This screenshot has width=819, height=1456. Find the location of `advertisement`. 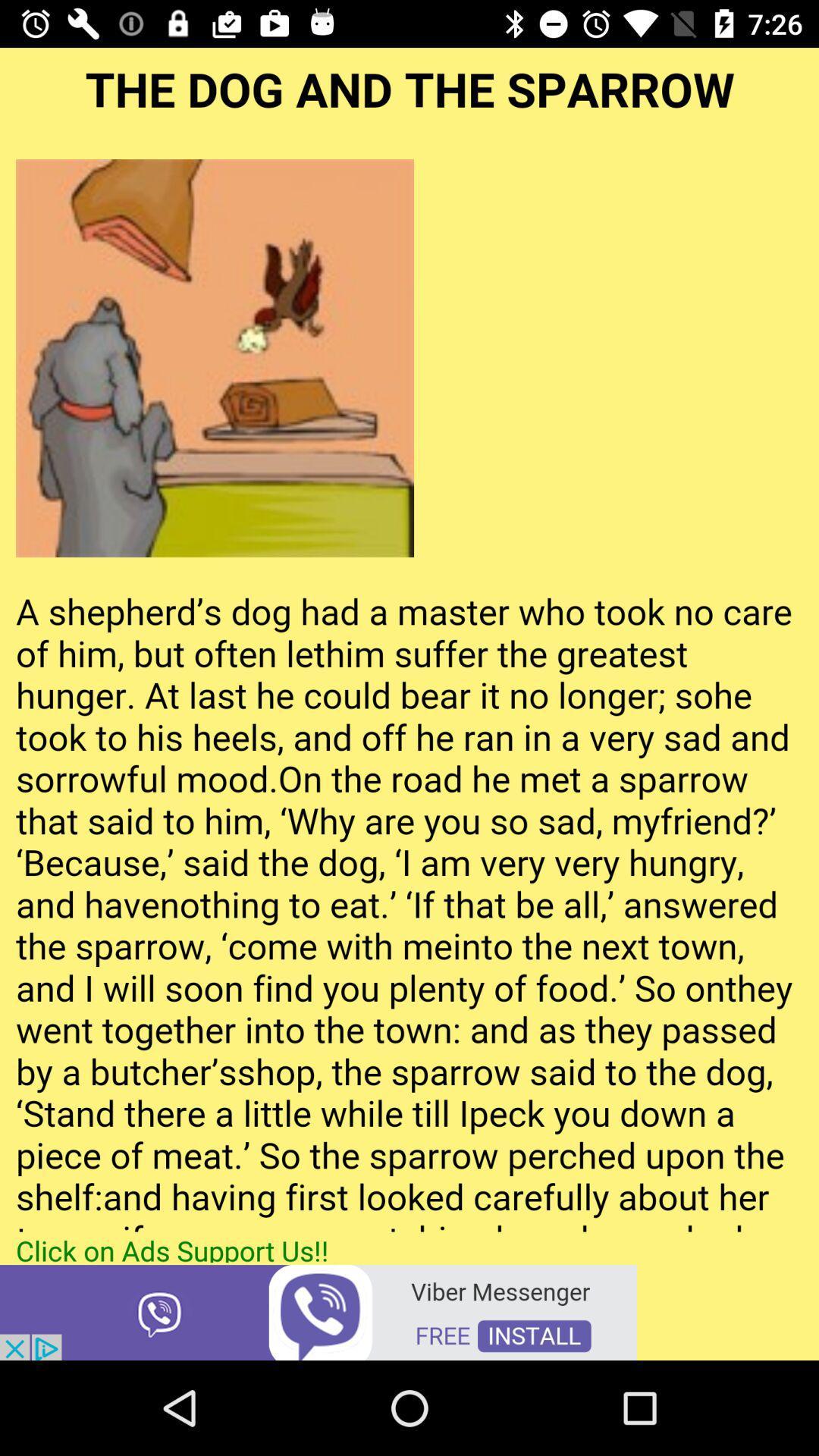

advertisement is located at coordinates (318, 1310).